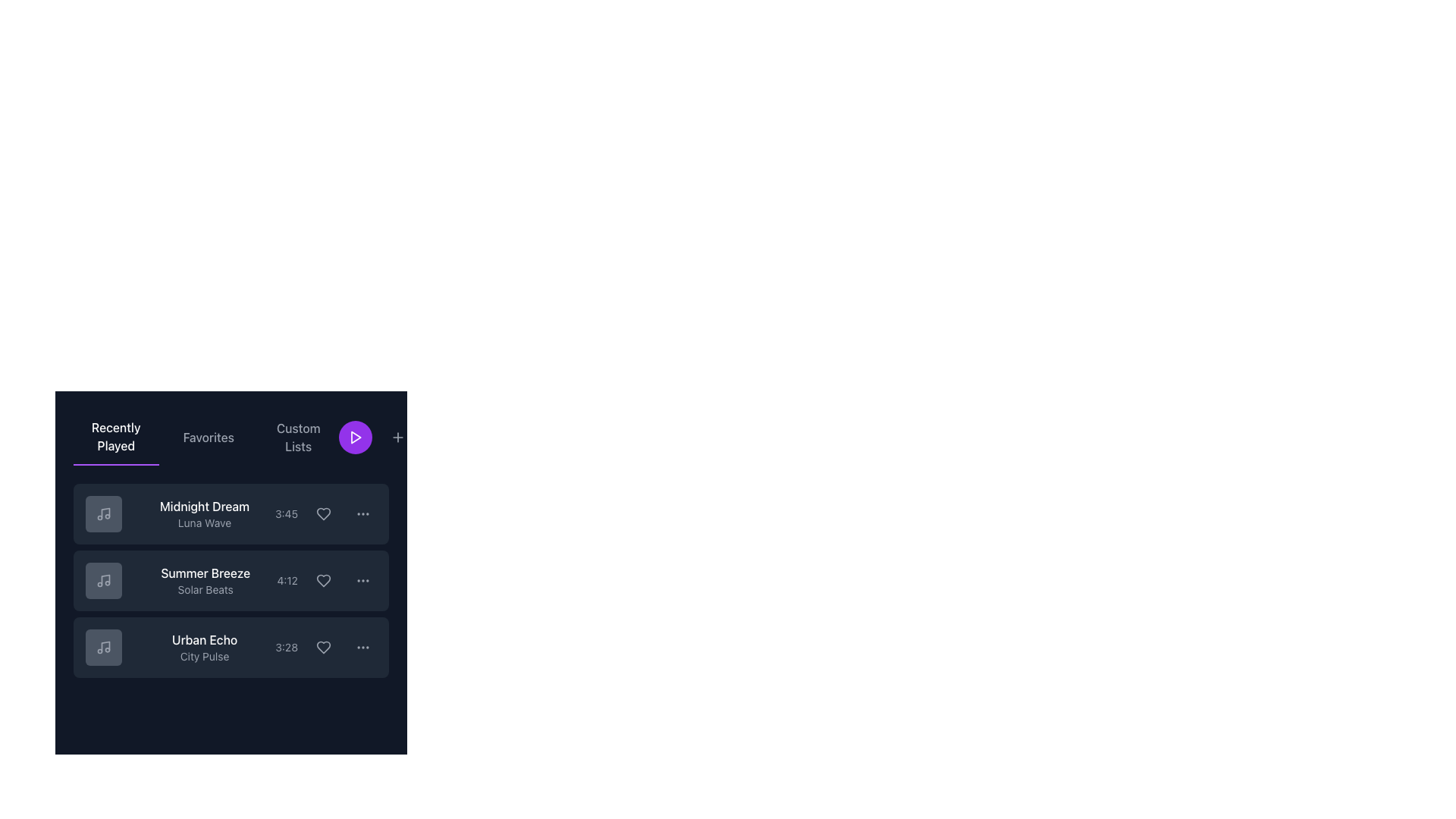 Image resolution: width=1456 pixels, height=819 pixels. What do you see at coordinates (231, 580) in the screenshot?
I see `the second track 'Summer Breeze' in the 'Recently Played' section` at bounding box center [231, 580].